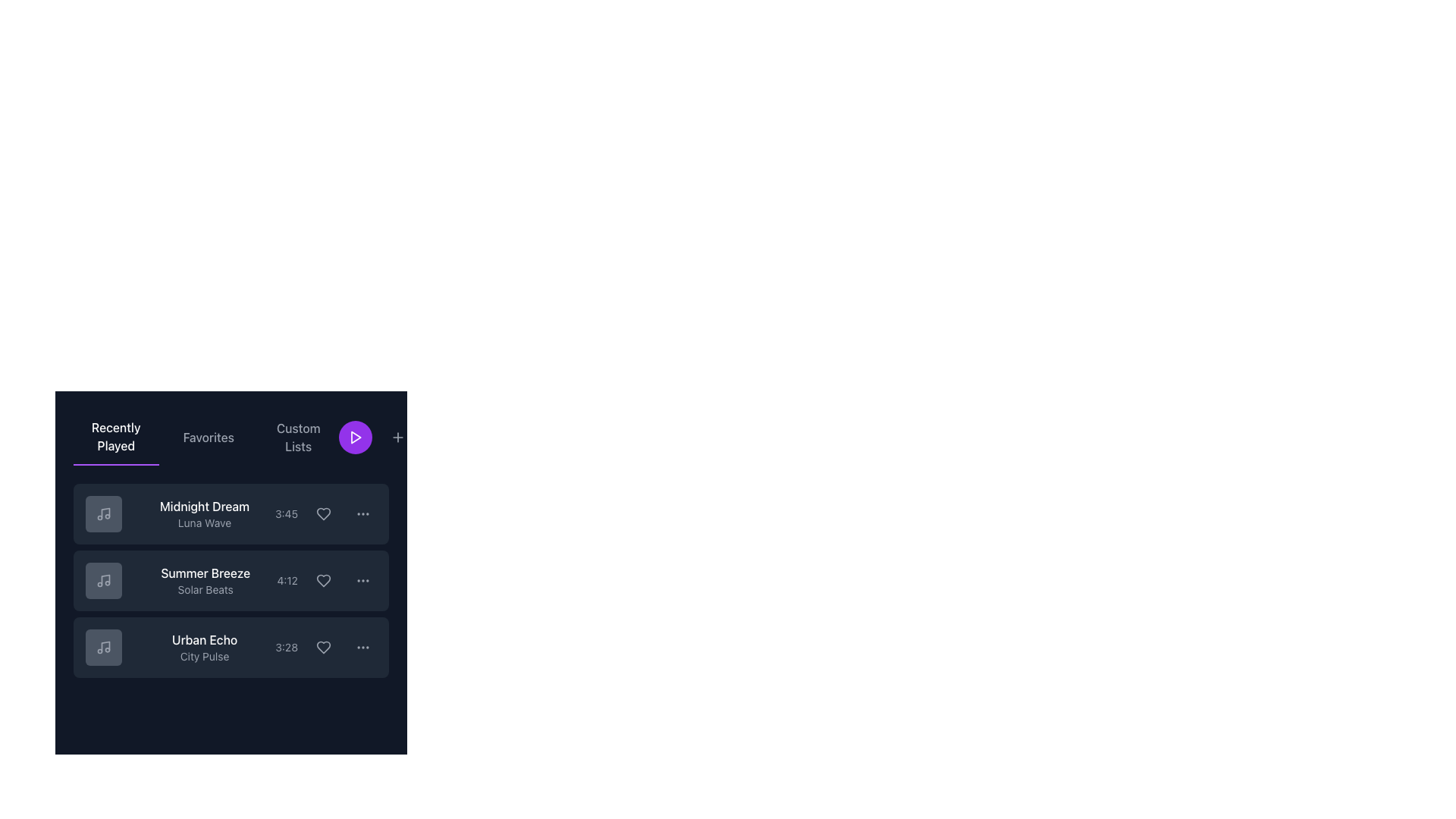 Image resolution: width=1456 pixels, height=819 pixels. What do you see at coordinates (231, 580) in the screenshot?
I see `the second track 'Summer Breeze' in the 'Recently Played' section` at bounding box center [231, 580].